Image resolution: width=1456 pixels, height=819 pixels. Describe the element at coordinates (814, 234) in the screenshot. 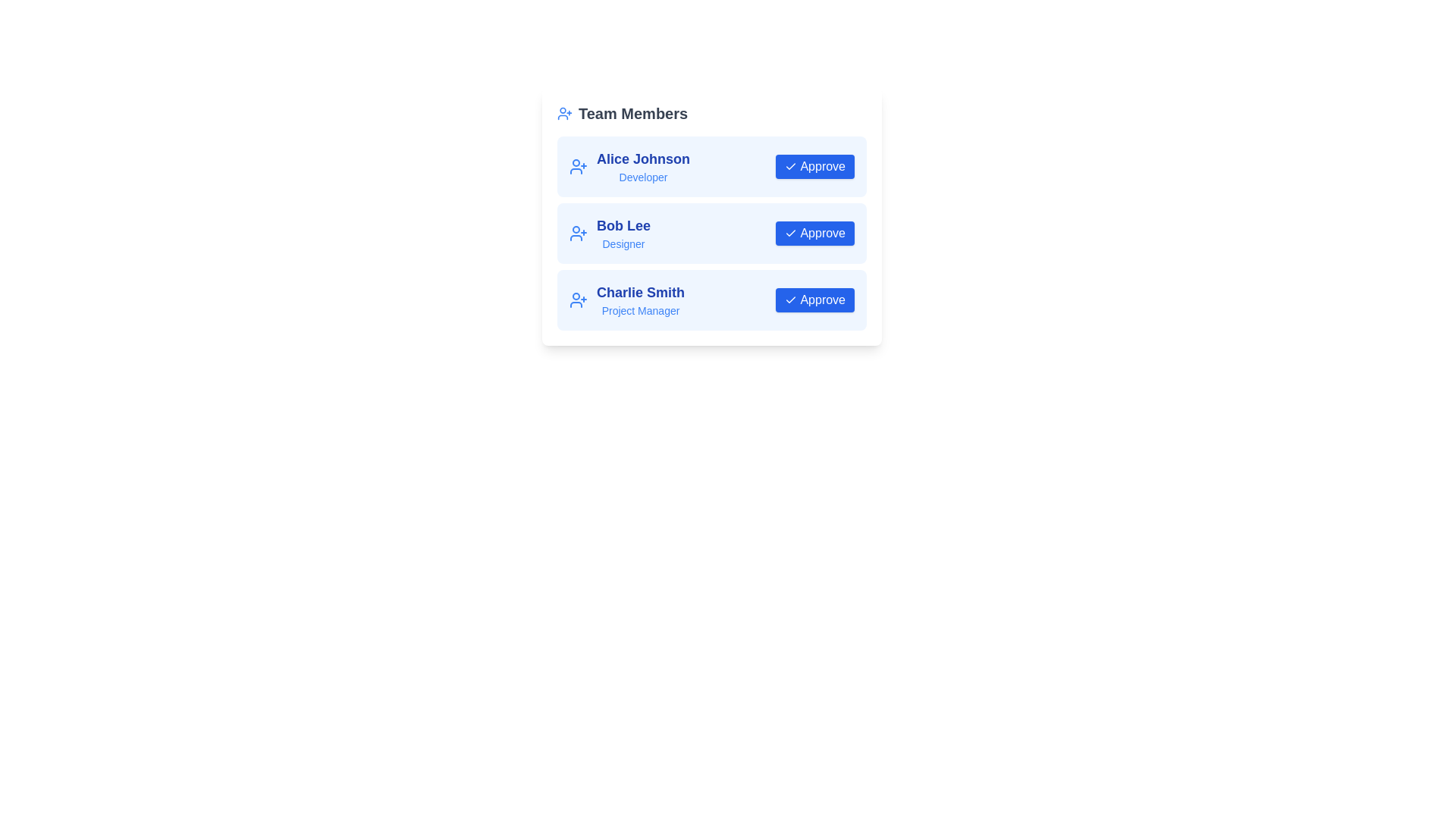

I see `the blue 'Approve' button with white text and a checkmark icon in the 'Bob Lee' segment to approve` at that location.